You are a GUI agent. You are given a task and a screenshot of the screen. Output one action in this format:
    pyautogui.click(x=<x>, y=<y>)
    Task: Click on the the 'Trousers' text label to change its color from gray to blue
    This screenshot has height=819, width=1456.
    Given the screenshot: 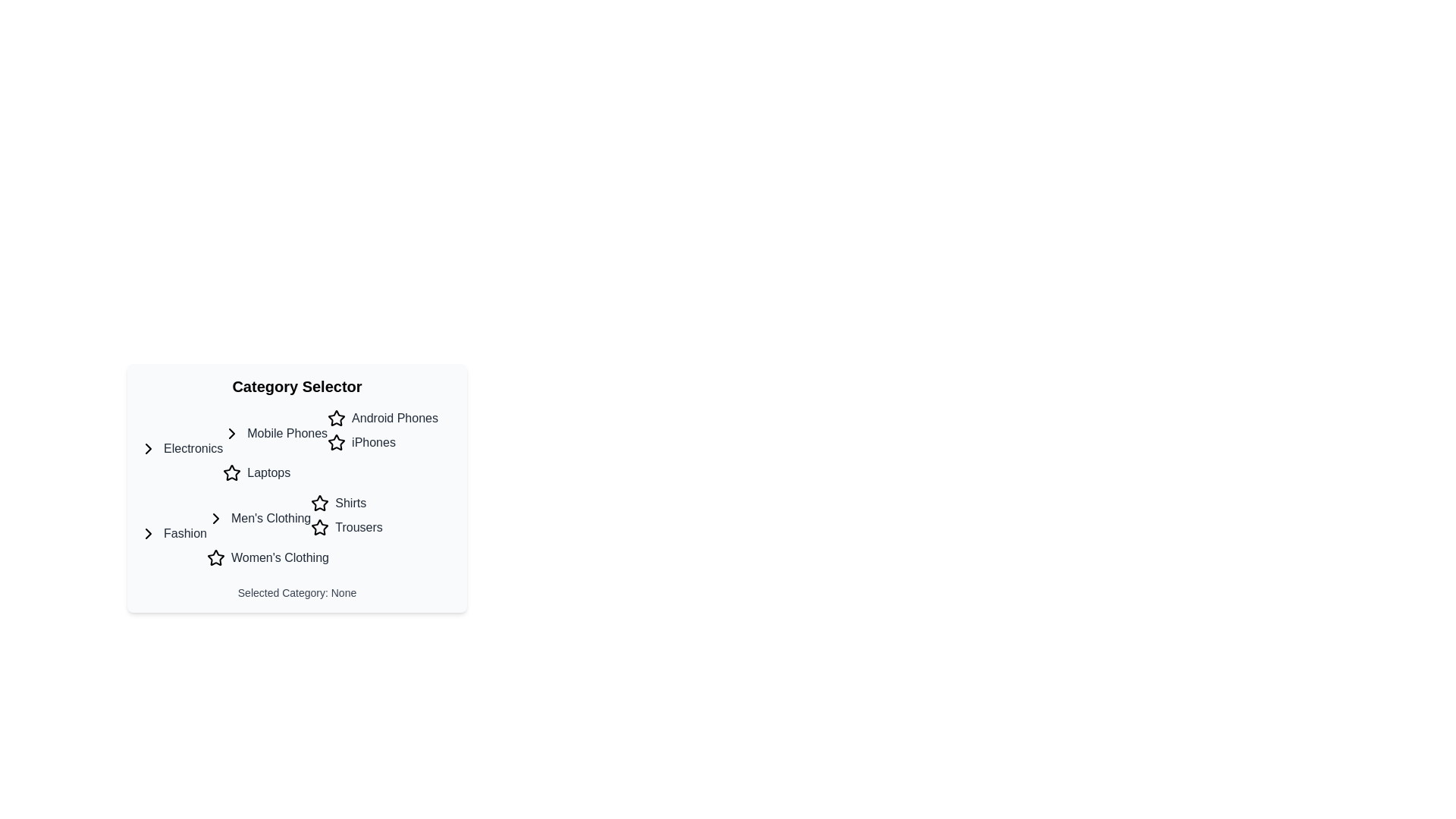 What is the action you would take?
    pyautogui.click(x=358, y=526)
    